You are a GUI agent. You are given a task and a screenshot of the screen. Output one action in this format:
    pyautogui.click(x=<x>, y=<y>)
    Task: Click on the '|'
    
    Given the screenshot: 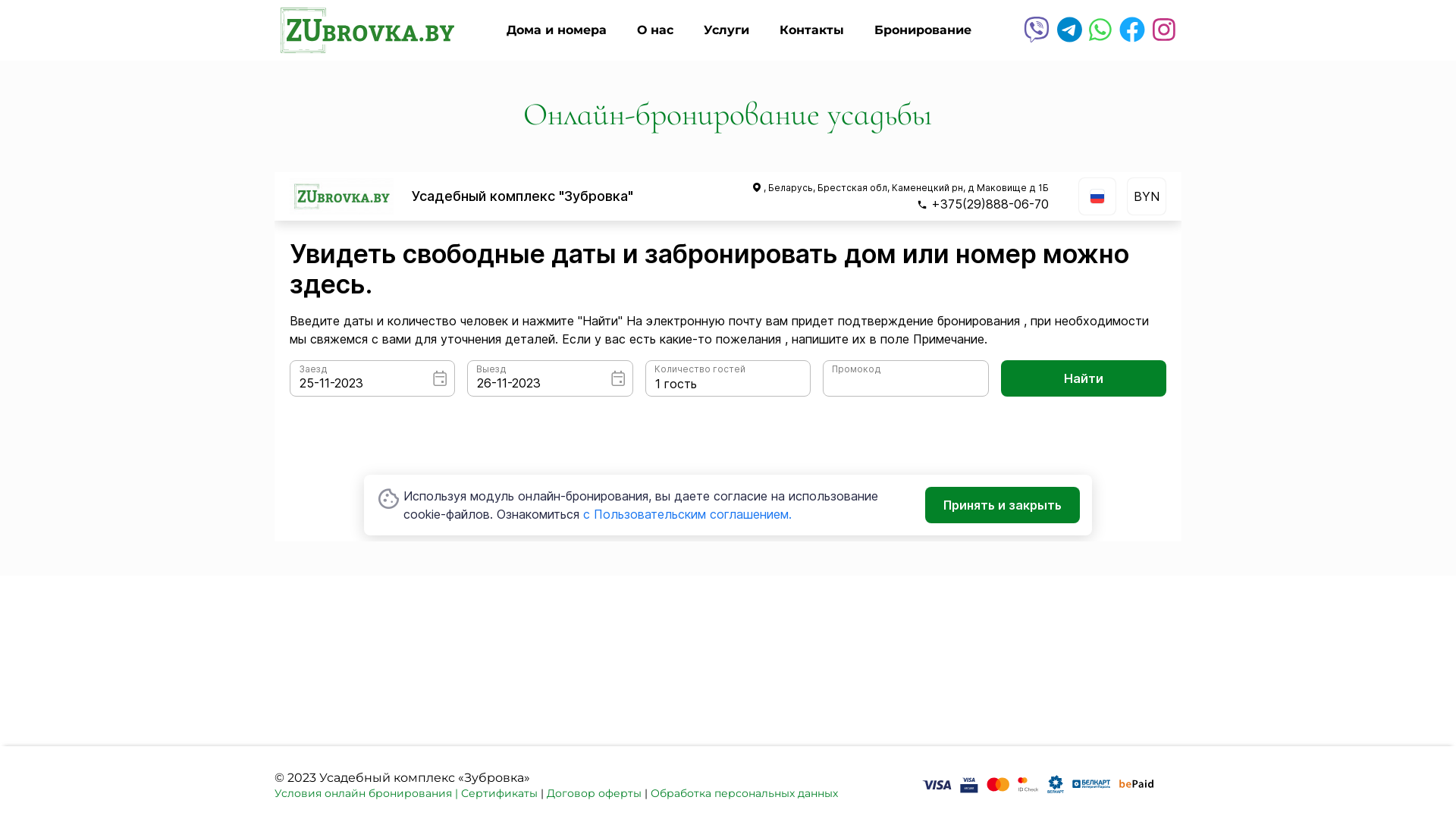 What is the action you would take?
    pyautogui.click(x=455, y=792)
    